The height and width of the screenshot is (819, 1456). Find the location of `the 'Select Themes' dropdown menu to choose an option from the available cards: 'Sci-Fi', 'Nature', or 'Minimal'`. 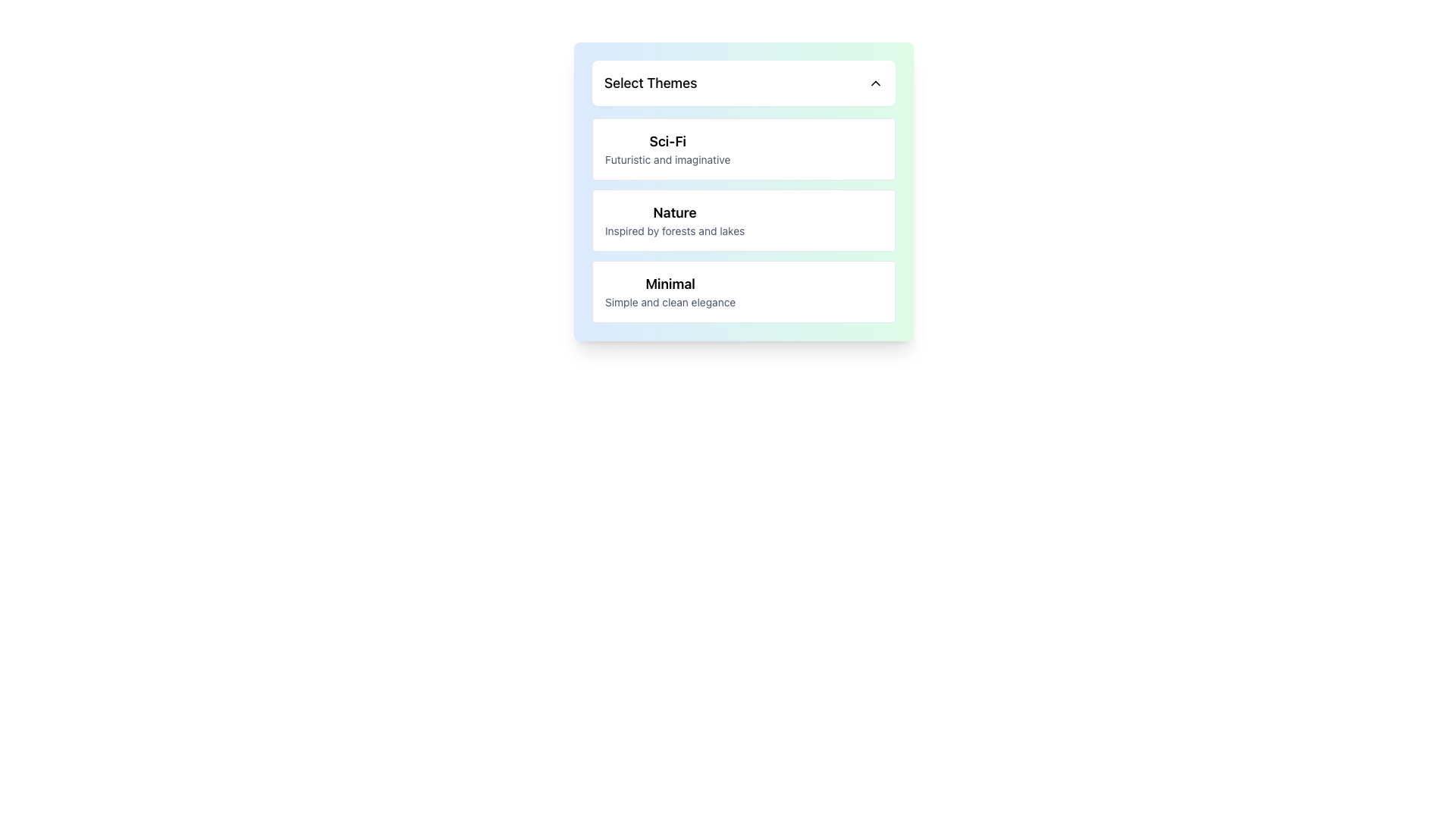

the 'Select Themes' dropdown menu to choose an option from the available cards: 'Sci-Fi', 'Nature', or 'Minimal' is located at coordinates (743, 191).